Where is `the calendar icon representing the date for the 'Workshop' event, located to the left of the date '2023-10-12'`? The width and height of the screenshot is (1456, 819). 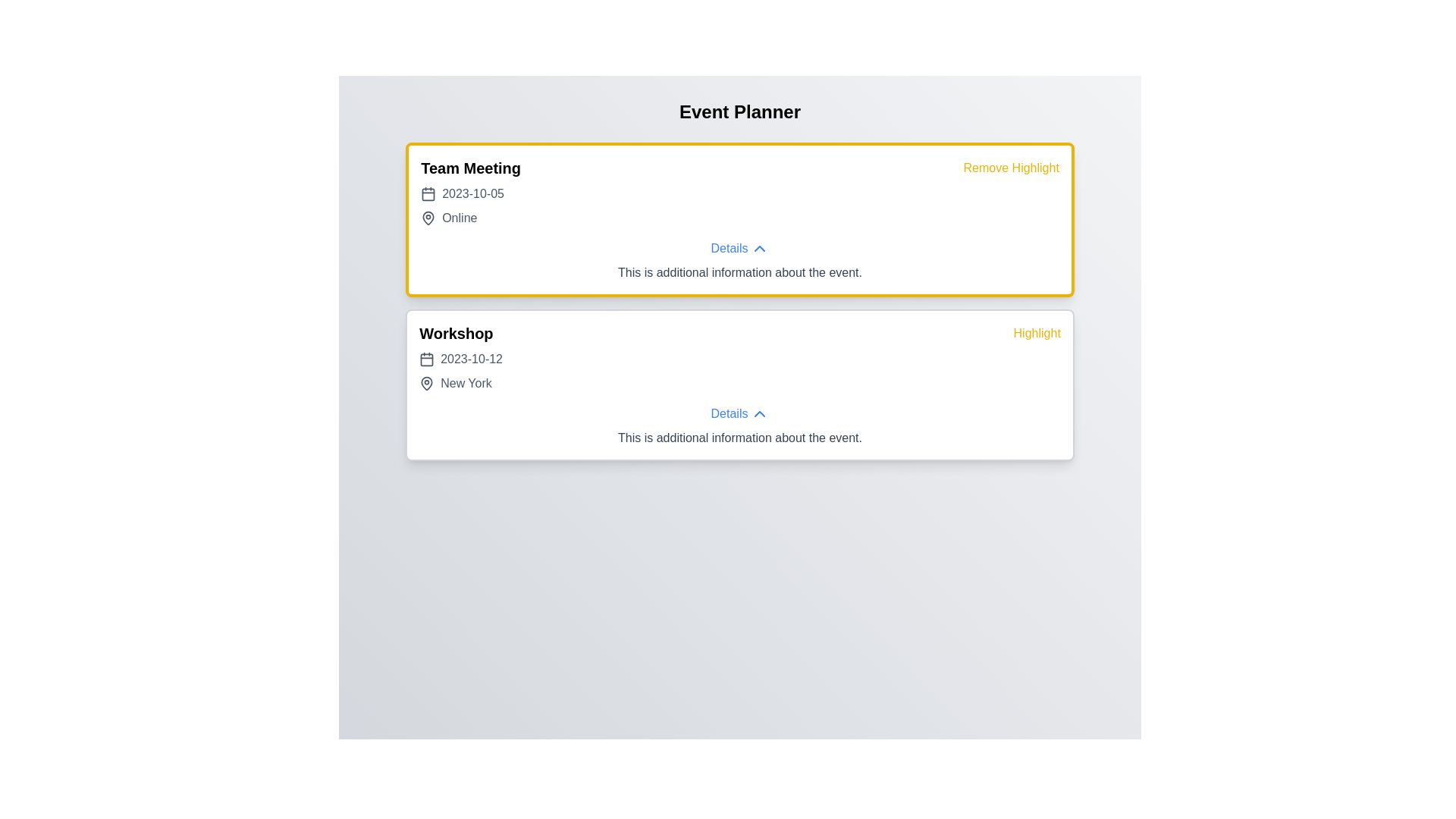 the calendar icon representing the date for the 'Workshop' event, located to the left of the date '2023-10-12' is located at coordinates (426, 359).